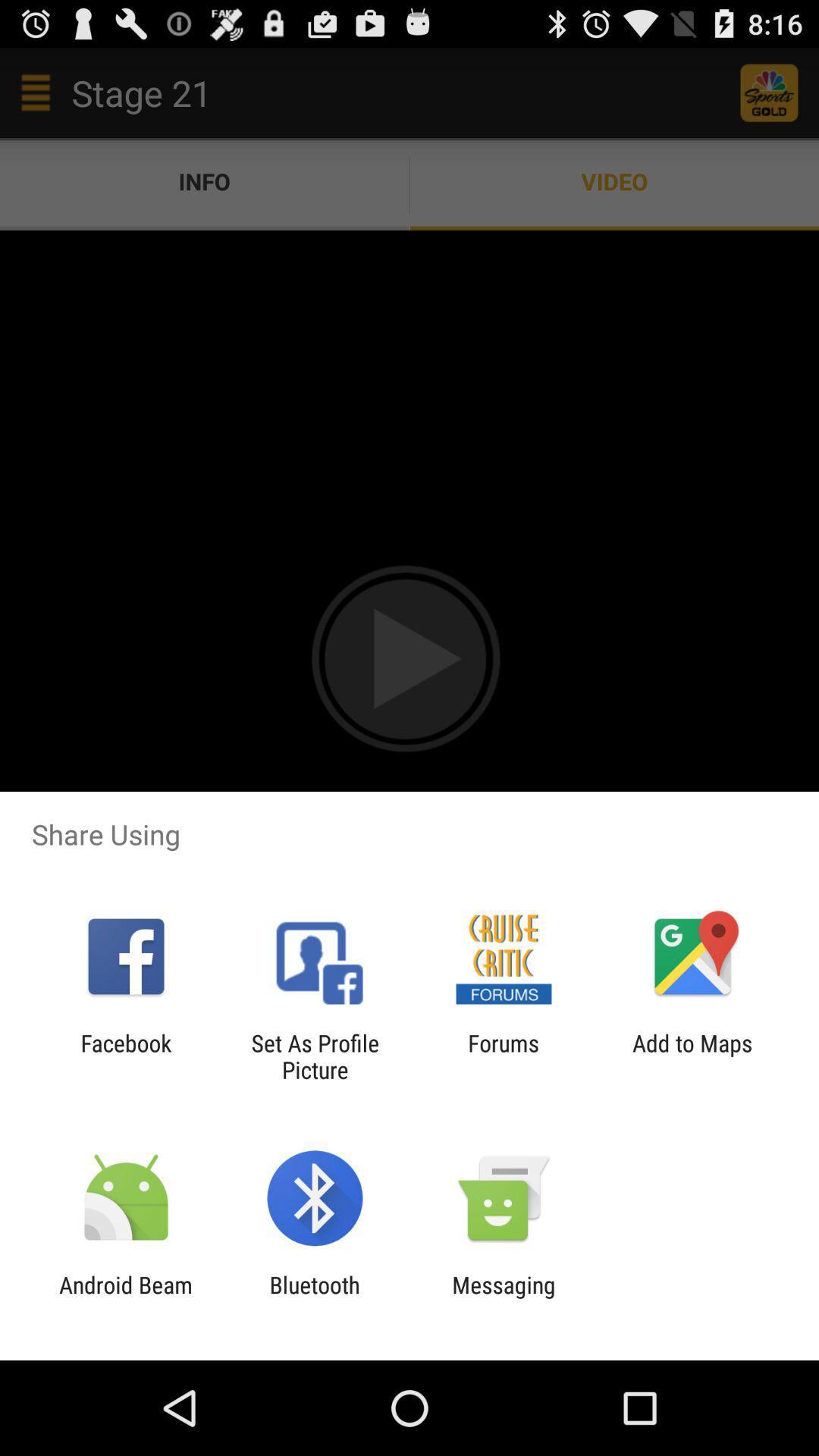  Describe the element at coordinates (314, 1056) in the screenshot. I see `icon next to the facebook icon` at that location.